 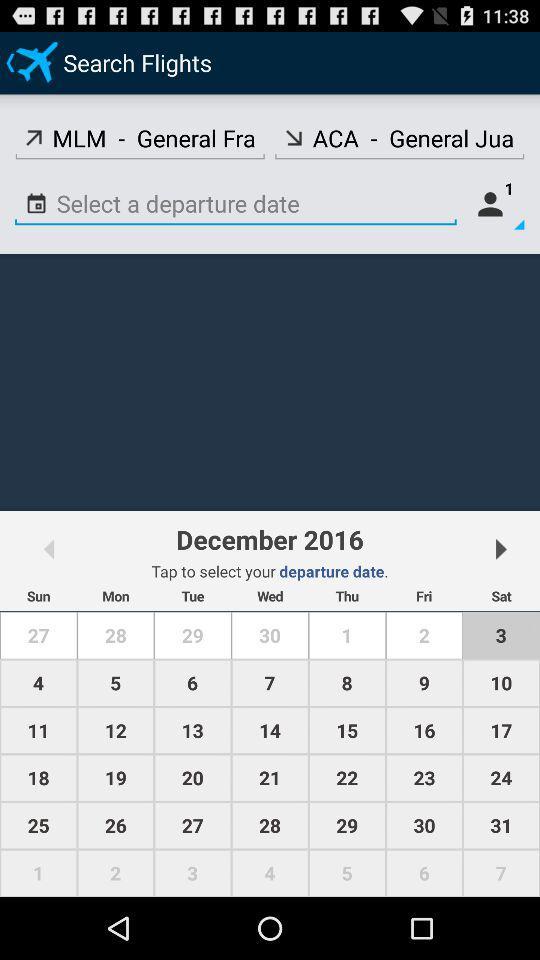 What do you see at coordinates (494, 218) in the screenshot?
I see `the avatar icon` at bounding box center [494, 218].